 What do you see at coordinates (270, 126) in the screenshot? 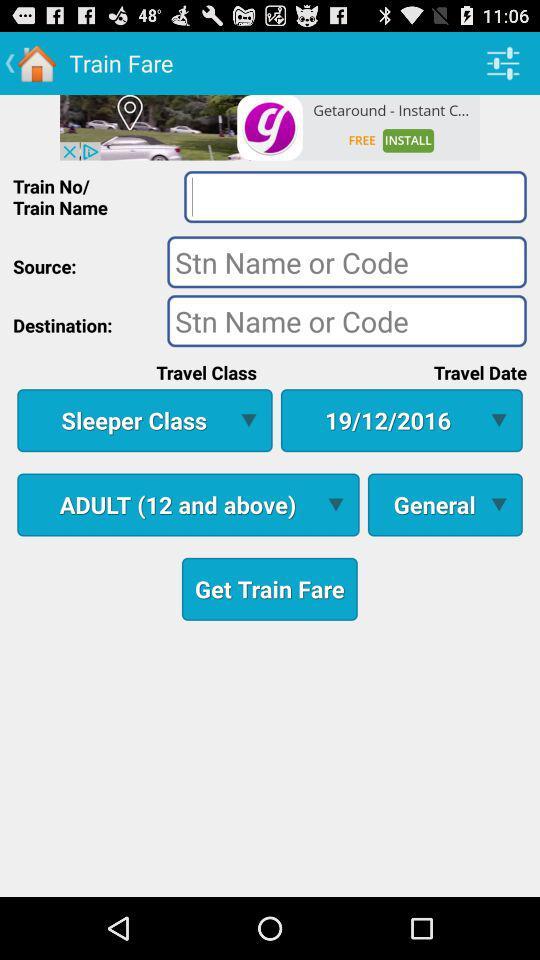
I see `free add from gateround` at bounding box center [270, 126].